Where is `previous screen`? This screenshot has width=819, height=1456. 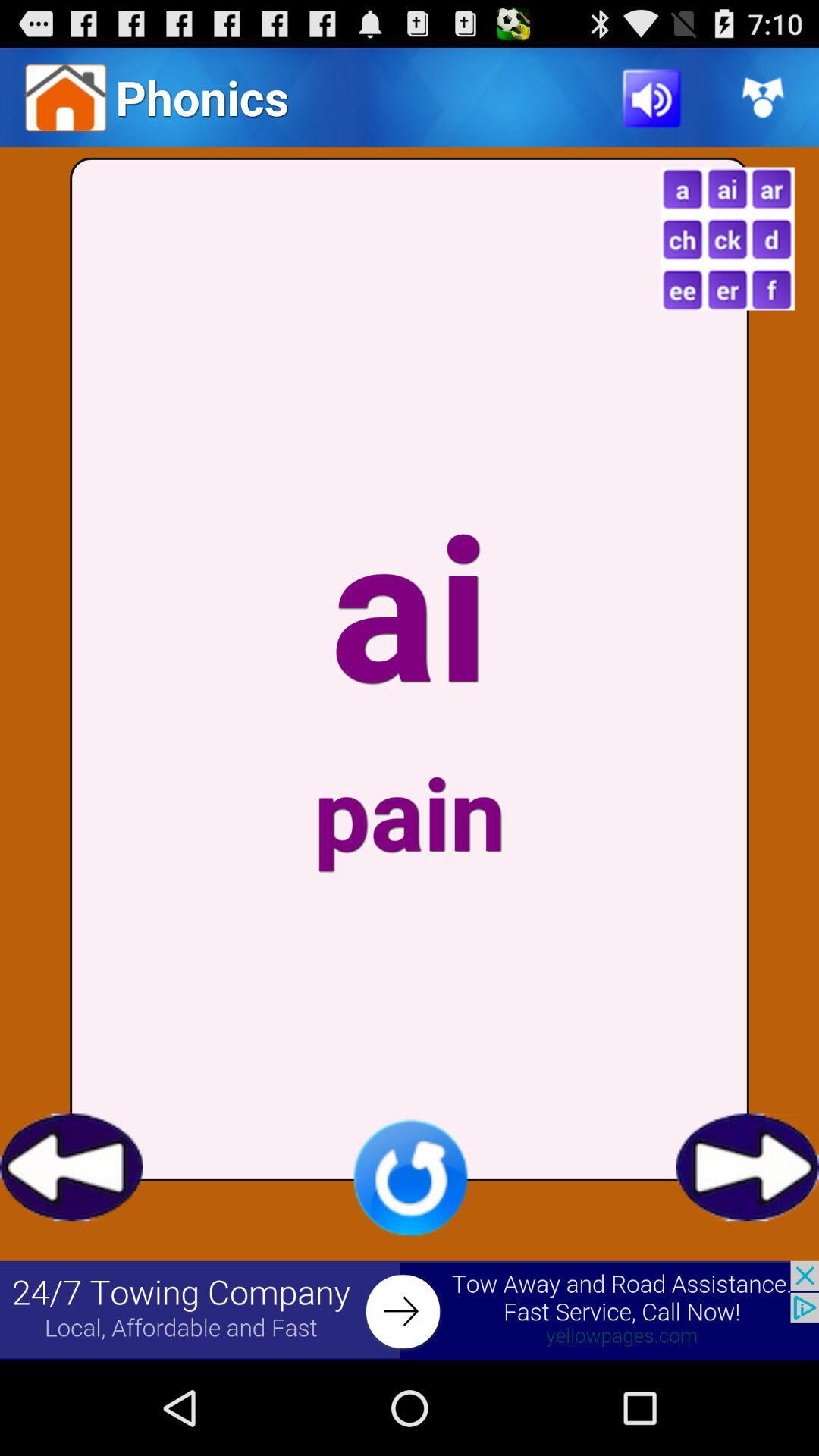 previous screen is located at coordinates (71, 1166).